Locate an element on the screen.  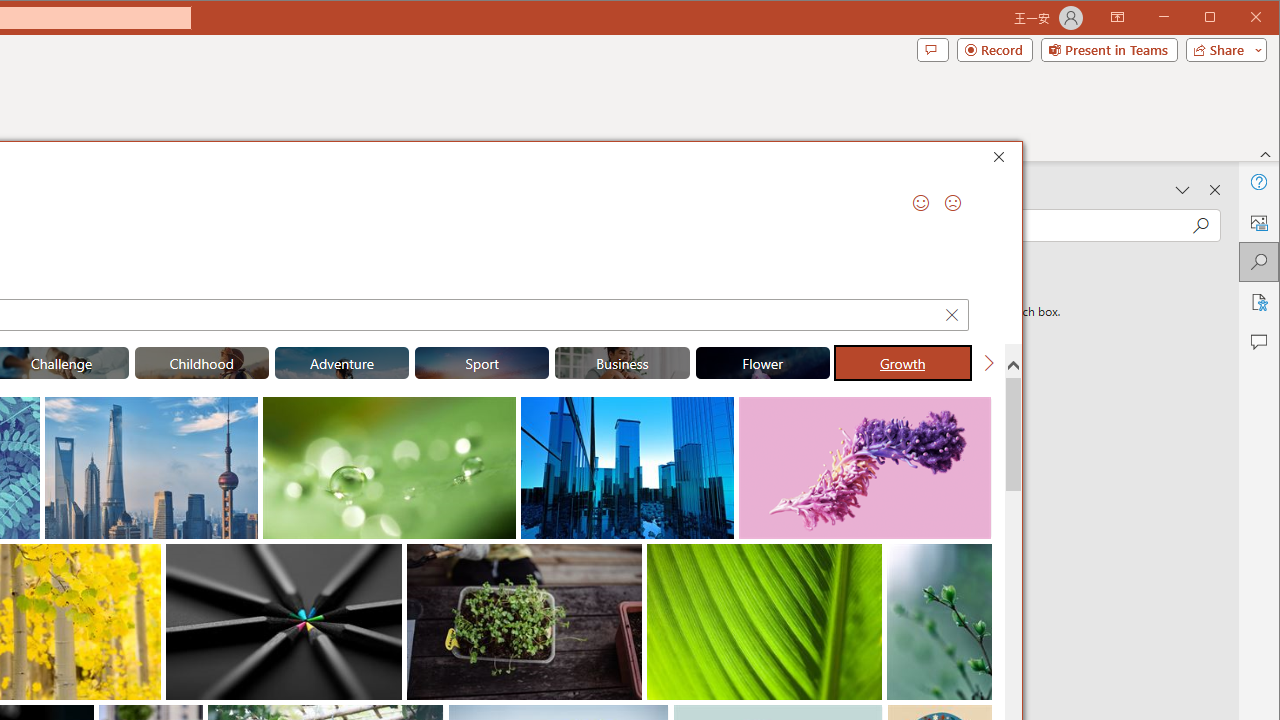
'"Childhood" Stock Images.' is located at coordinates (201, 362).